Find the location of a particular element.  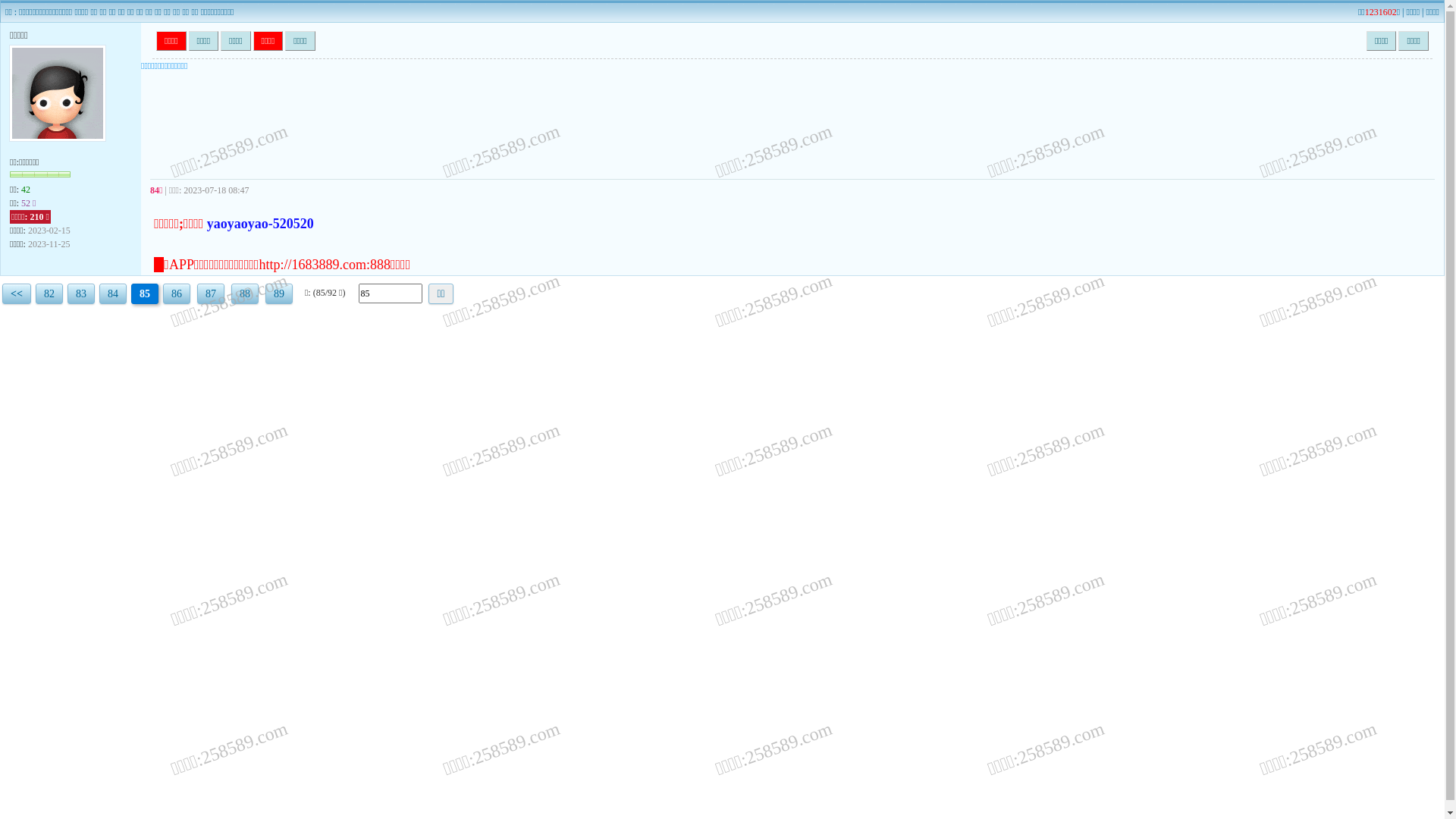

'83' is located at coordinates (80, 293).